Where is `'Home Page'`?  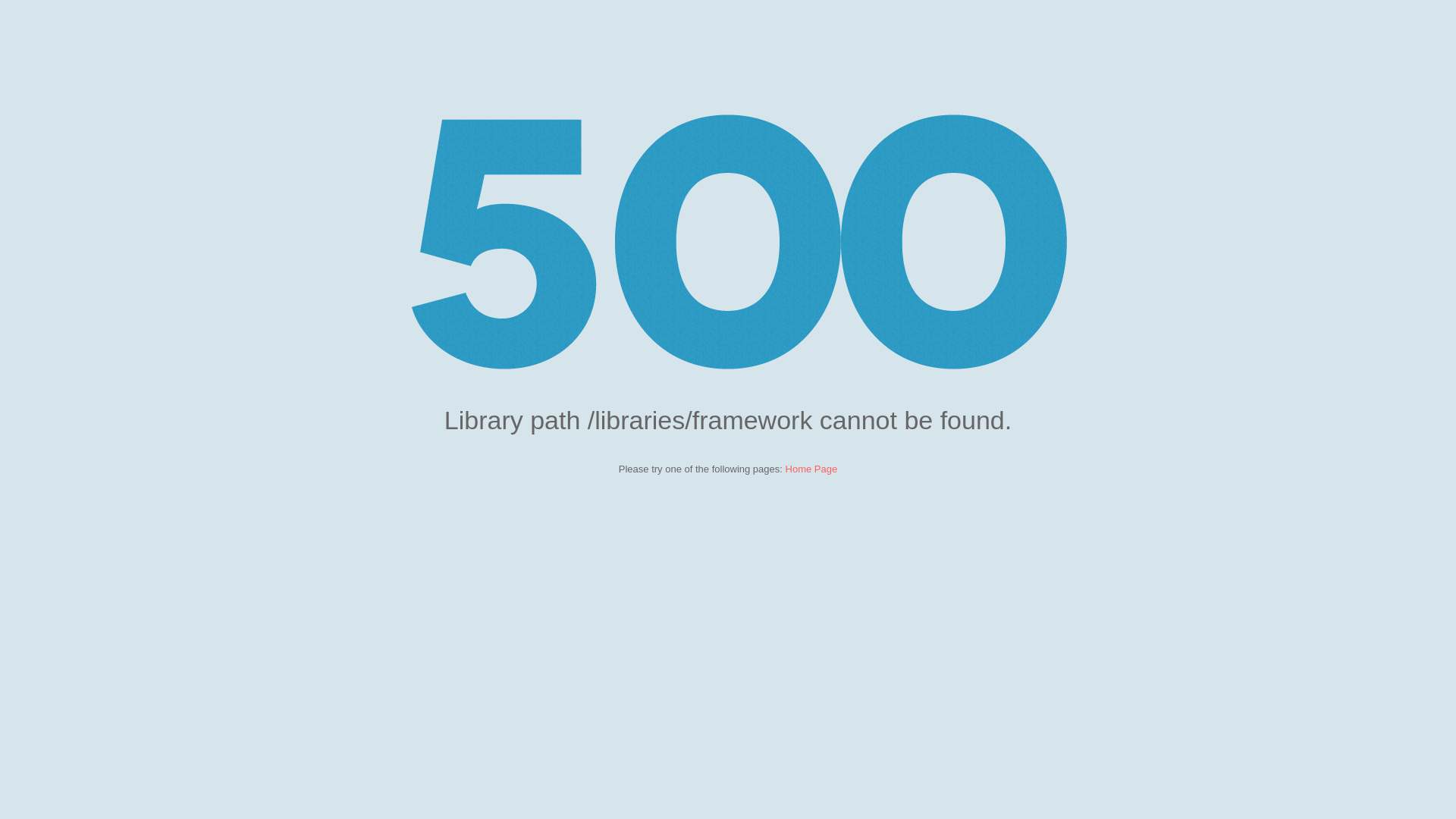
'Home Page' is located at coordinates (811, 468).